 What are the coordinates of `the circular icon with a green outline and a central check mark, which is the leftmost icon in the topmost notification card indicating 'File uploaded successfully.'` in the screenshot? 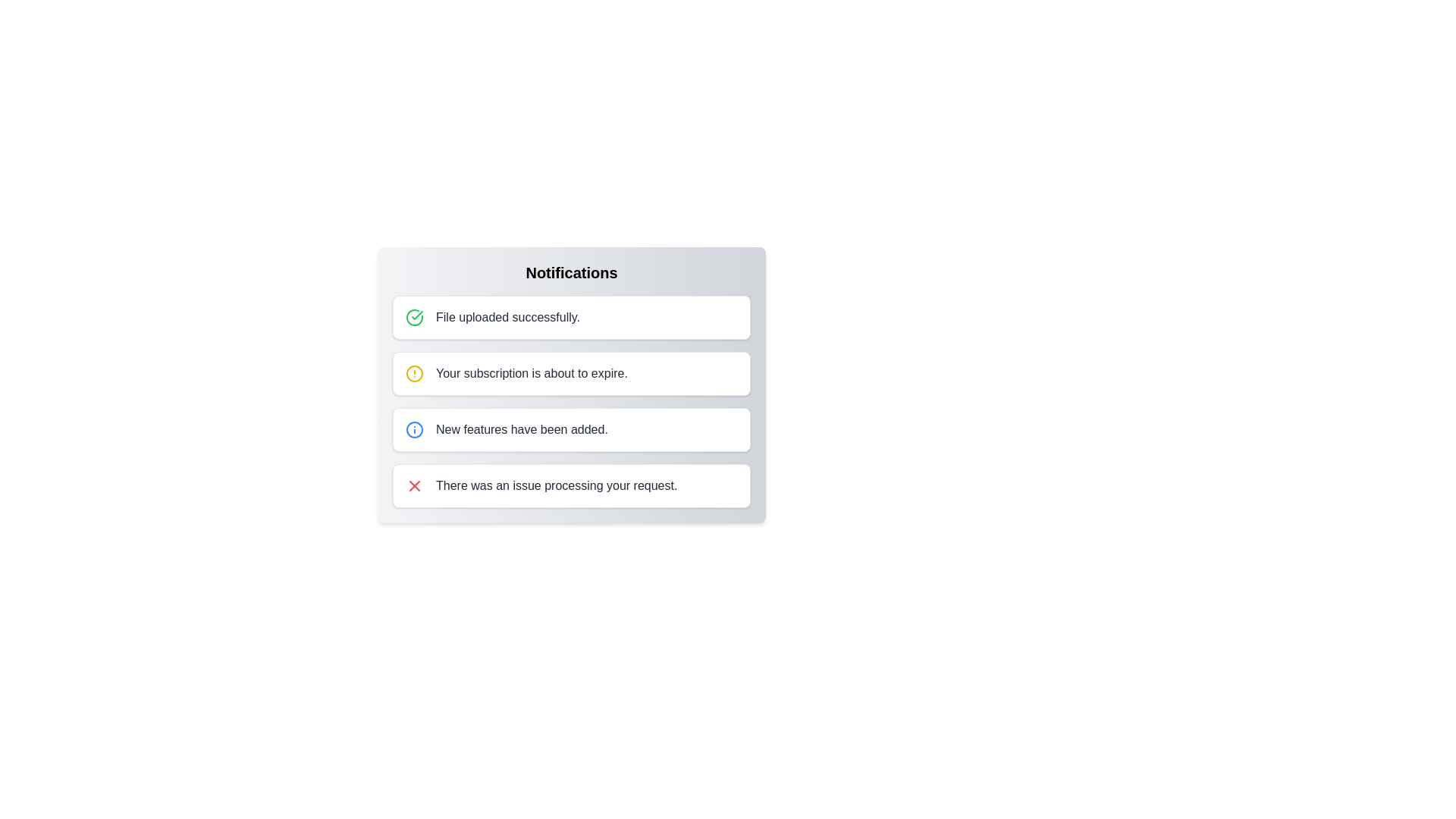 It's located at (415, 317).